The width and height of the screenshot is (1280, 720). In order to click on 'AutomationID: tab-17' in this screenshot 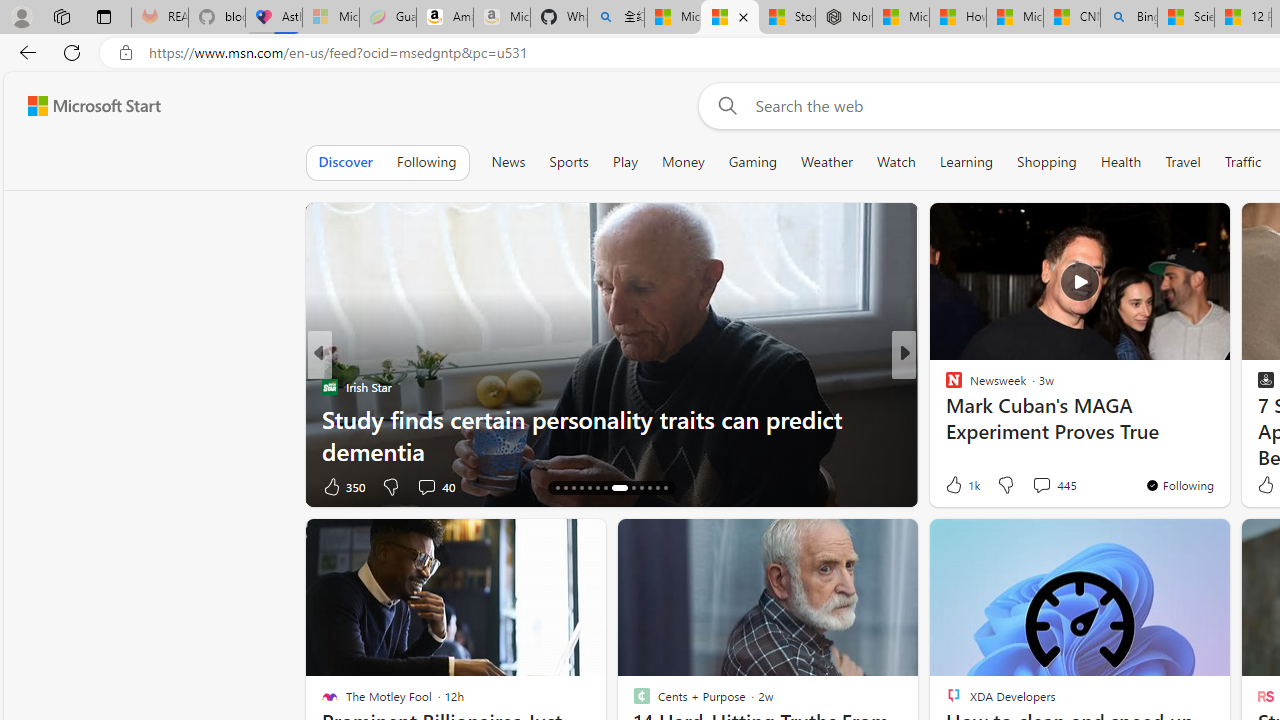, I will do `click(580, 488)`.